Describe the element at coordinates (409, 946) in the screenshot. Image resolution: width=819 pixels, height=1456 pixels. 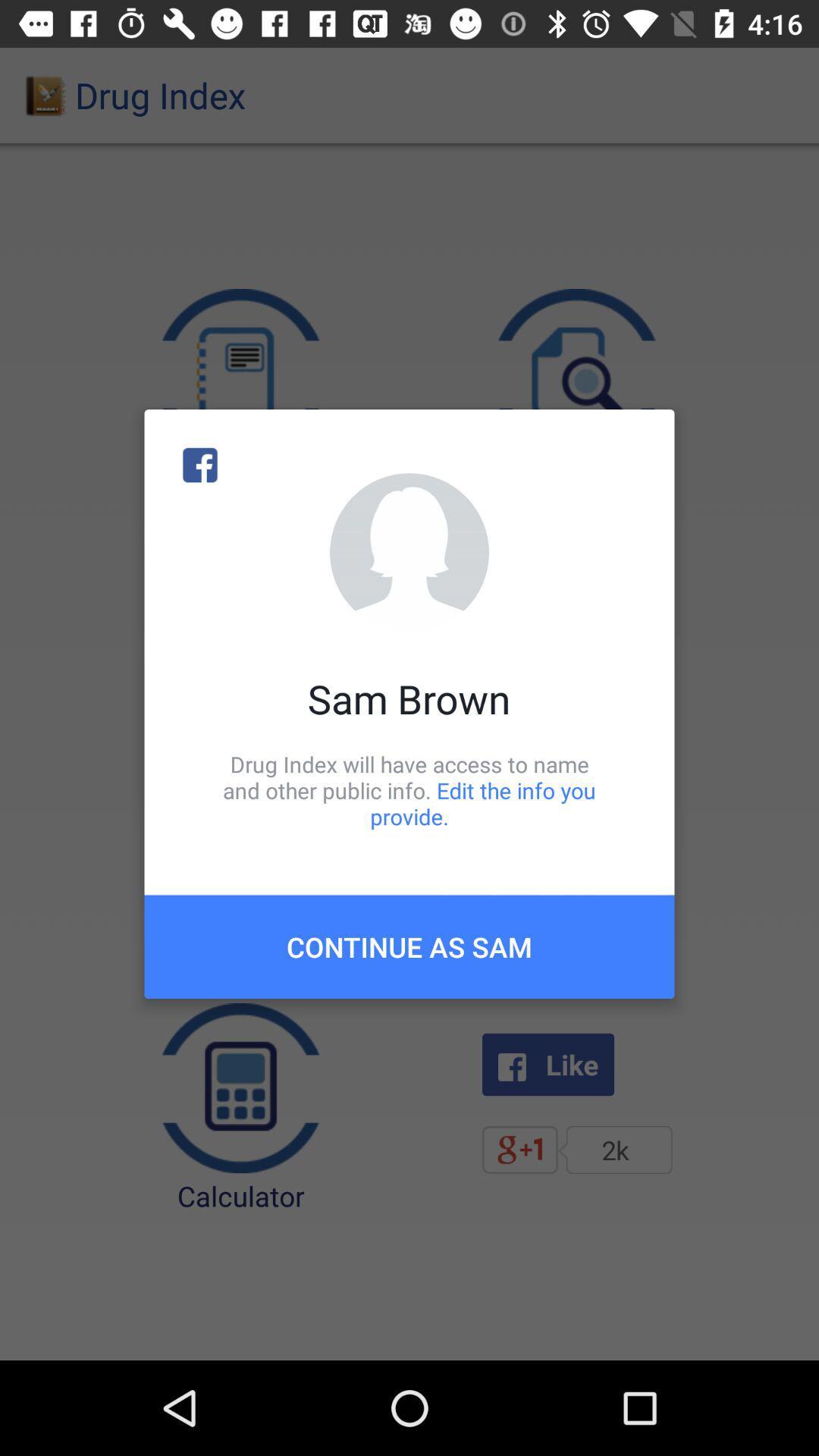
I see `item below drug index will item` at that location.